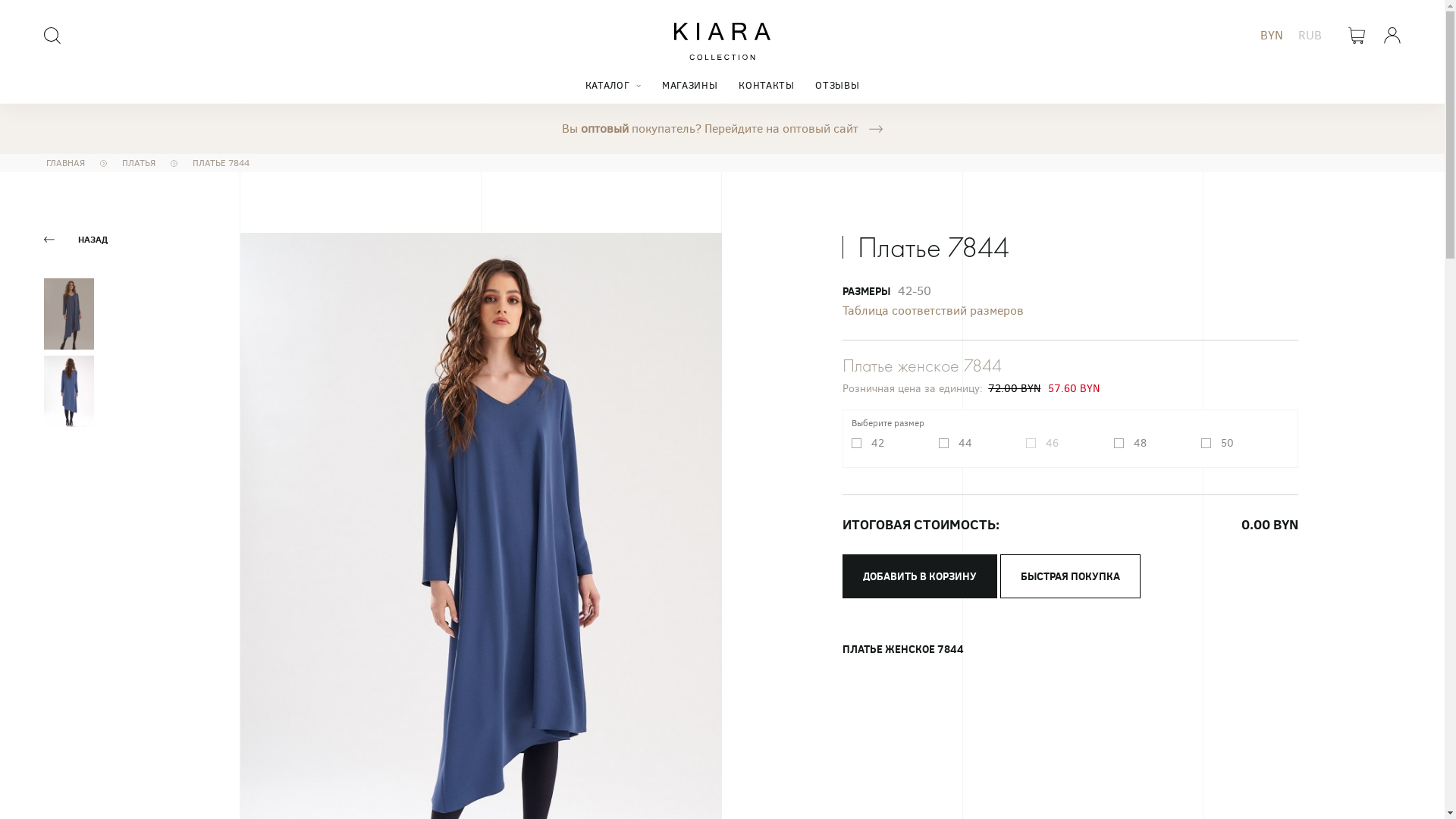 This screenshot has width=1456, height=819. I want to click on 'BYN', so click(1271, 34).